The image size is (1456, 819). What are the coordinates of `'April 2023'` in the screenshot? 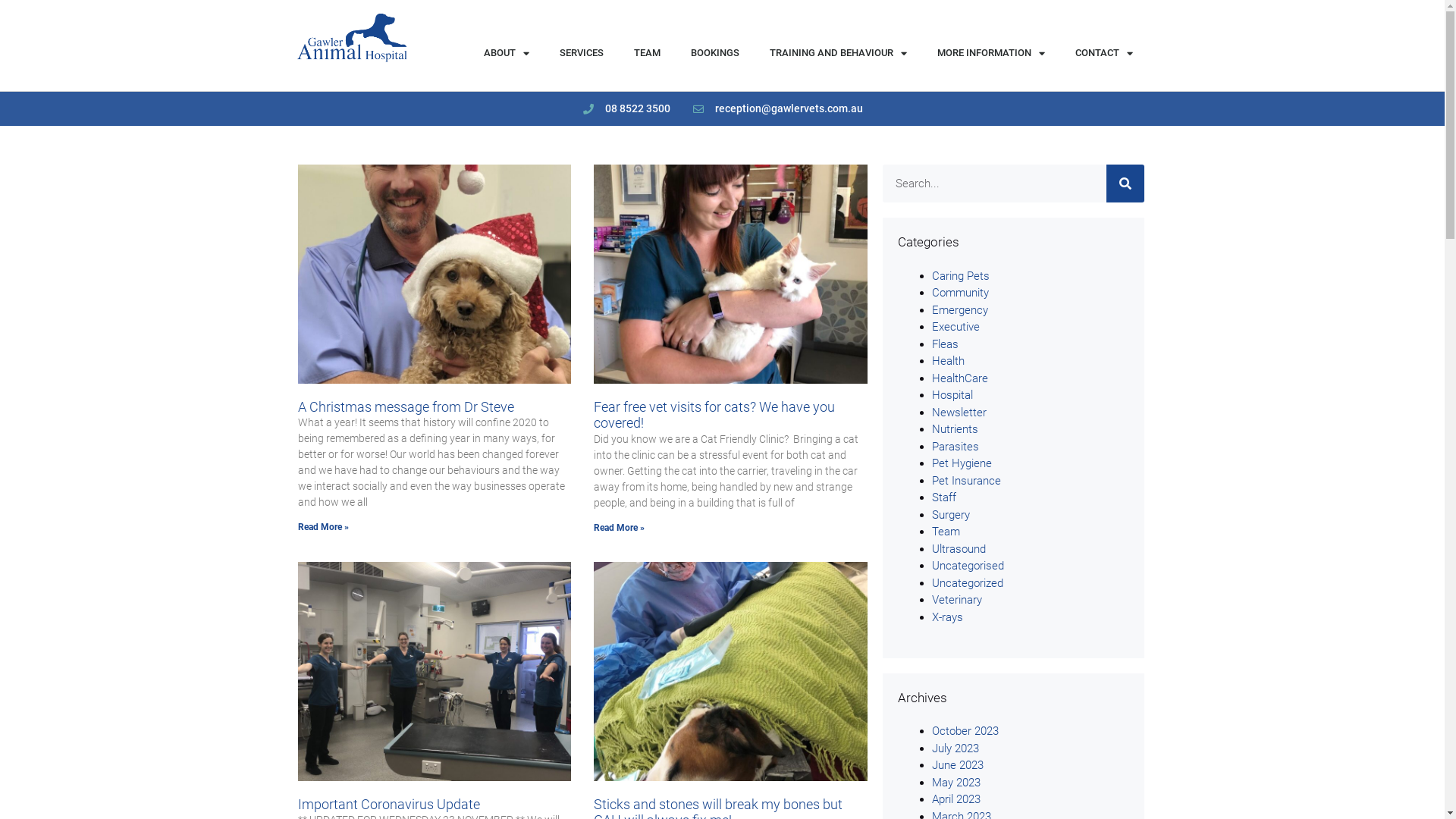 It's located at (955, 798).